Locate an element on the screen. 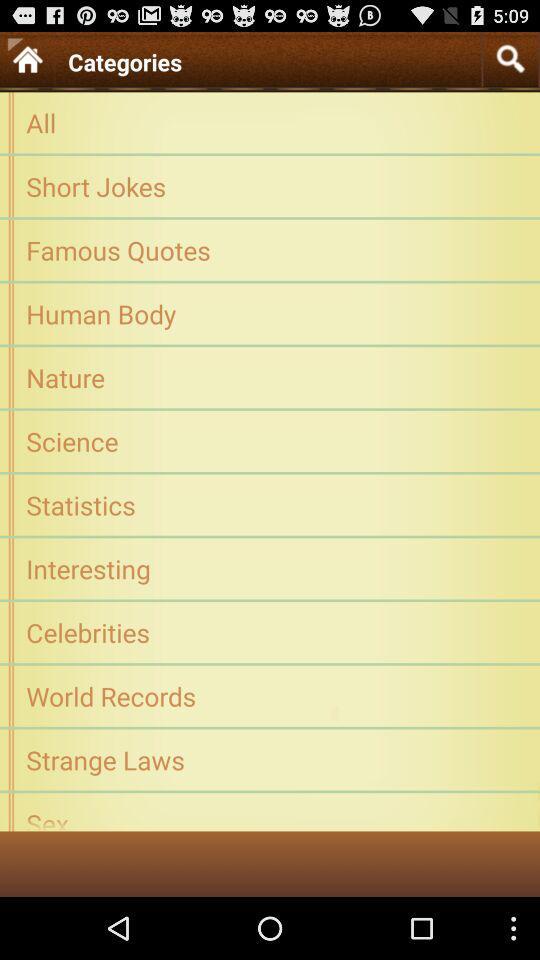 The image size is (540, 960). the icon next to the categories icon is located at coordinates (510, 58).